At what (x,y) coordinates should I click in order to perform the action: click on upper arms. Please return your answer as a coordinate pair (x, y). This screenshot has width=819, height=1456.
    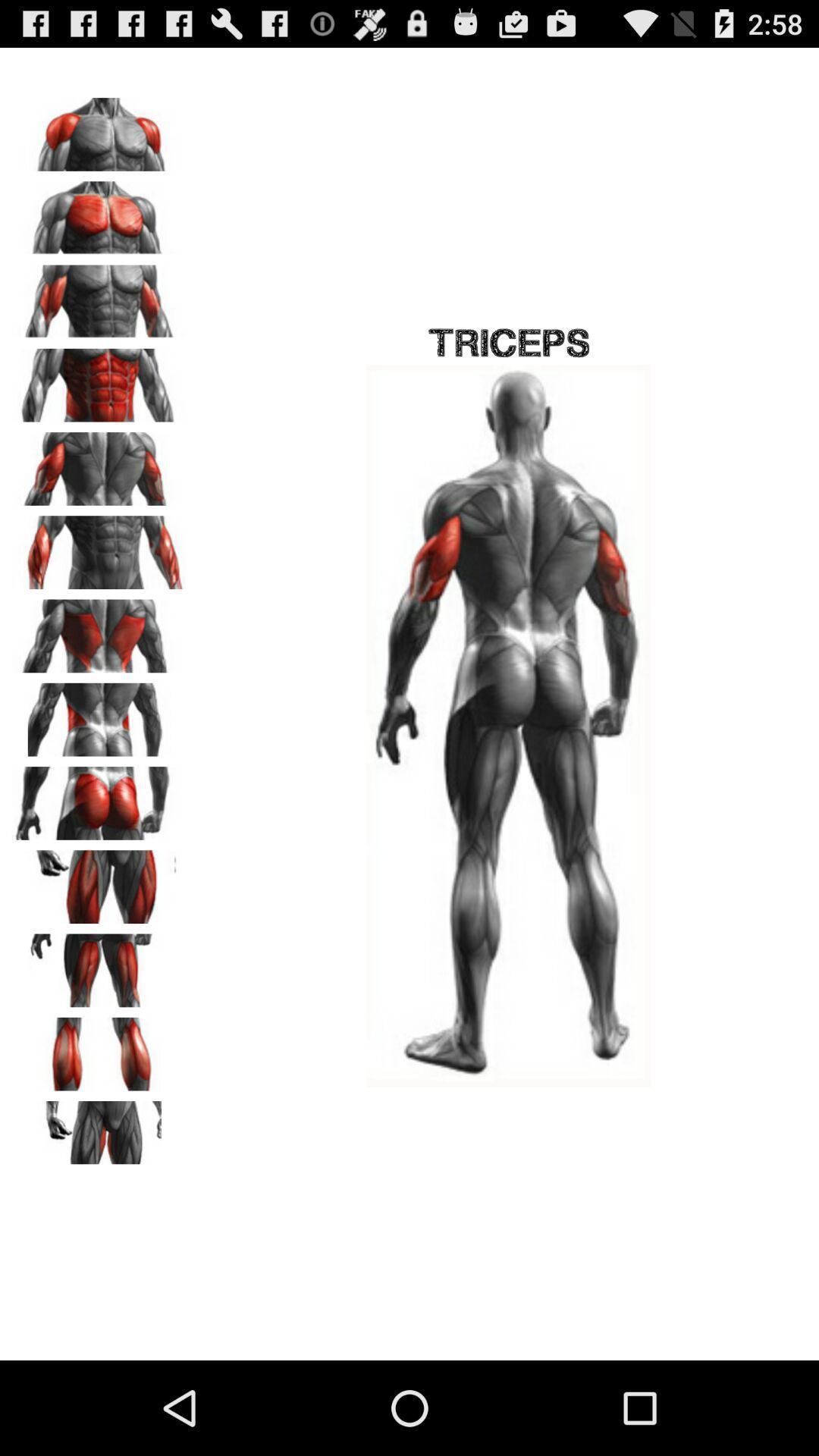
    Looking at the image, I should click on (99, 463).